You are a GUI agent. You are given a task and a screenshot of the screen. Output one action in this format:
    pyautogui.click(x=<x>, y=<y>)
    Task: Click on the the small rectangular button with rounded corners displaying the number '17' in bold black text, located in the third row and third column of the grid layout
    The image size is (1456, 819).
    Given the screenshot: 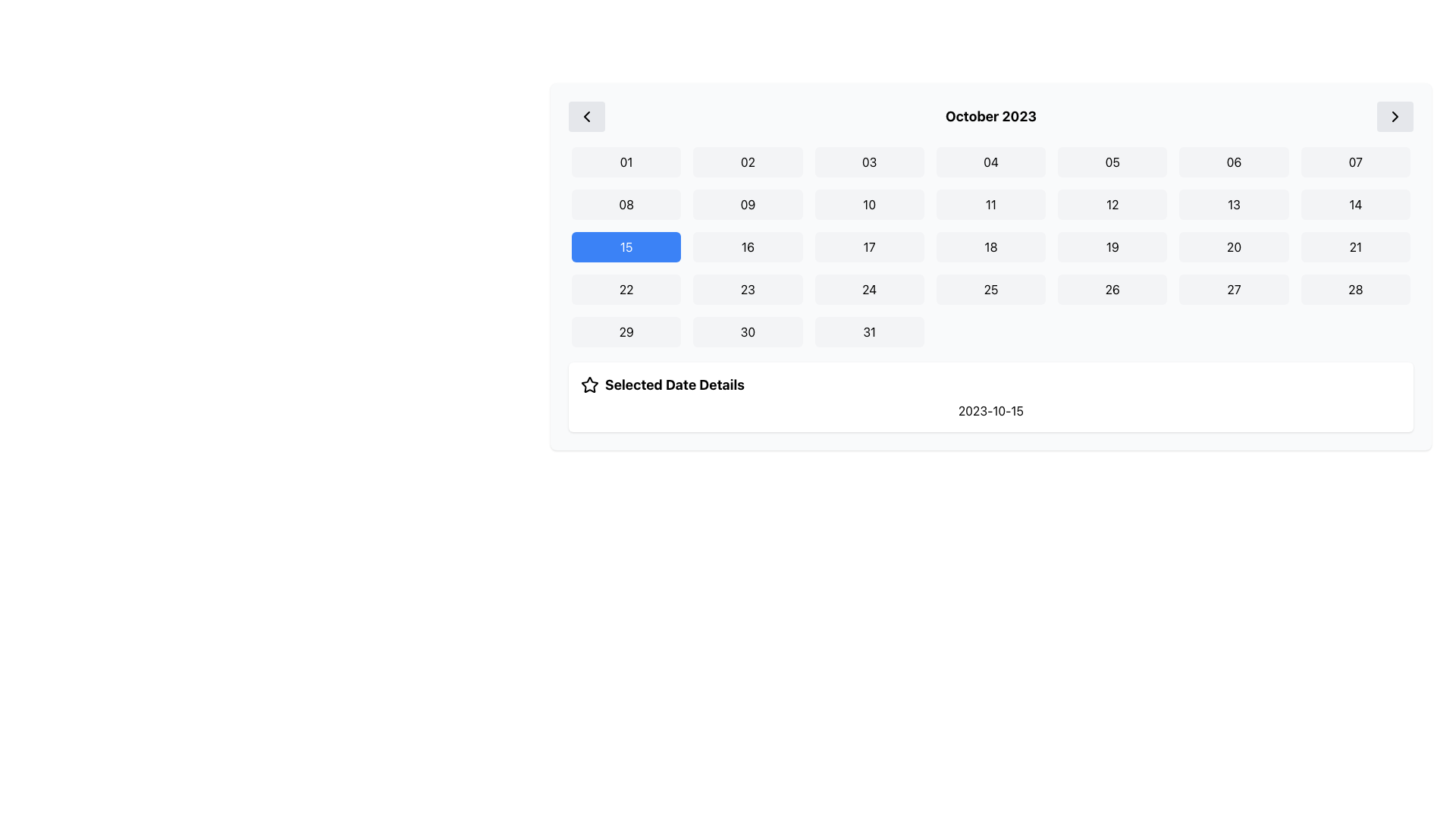 What is the action you would take?
    pyautogui.click(x=869, y=246)
    